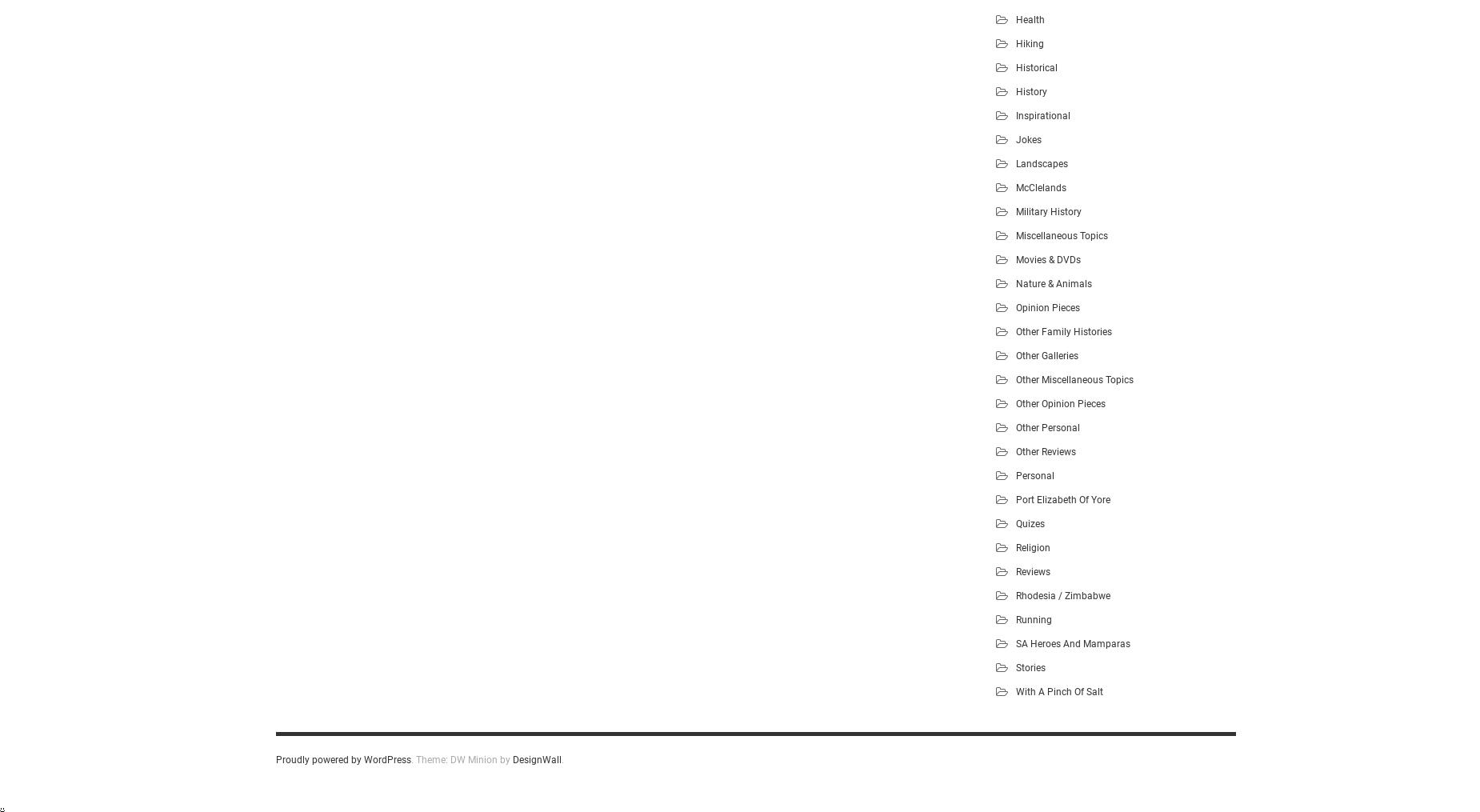 This screenshot has width=1480, height=812. What do you see at coordinates (1062, 594) in the screenshot?
I see `'Rhodesia / Zimbabwe'` at bounding box center [1062, 594].